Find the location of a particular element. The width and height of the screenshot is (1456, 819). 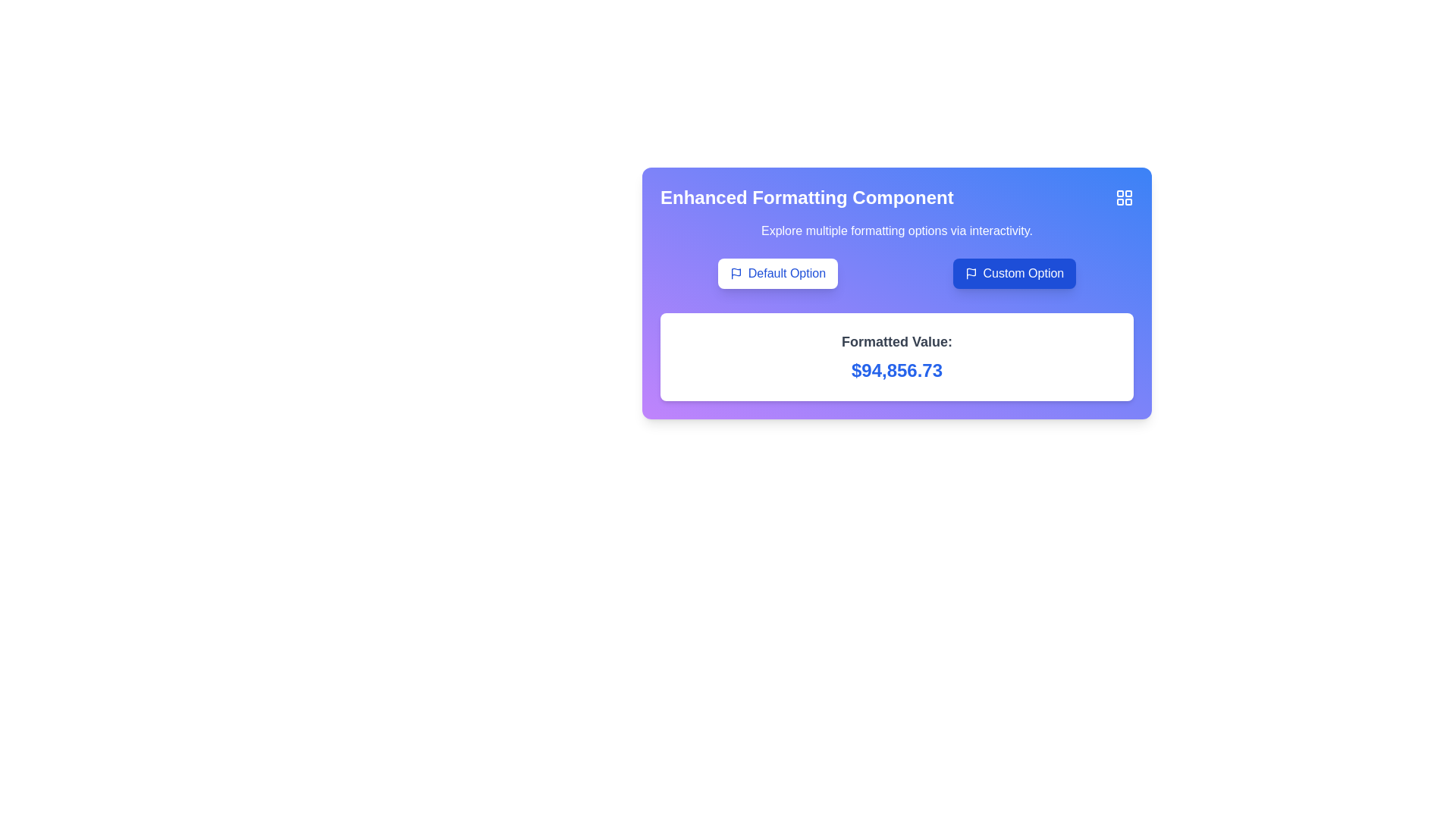

the 'Custom Option' button is located at coordinates (1014, 274).